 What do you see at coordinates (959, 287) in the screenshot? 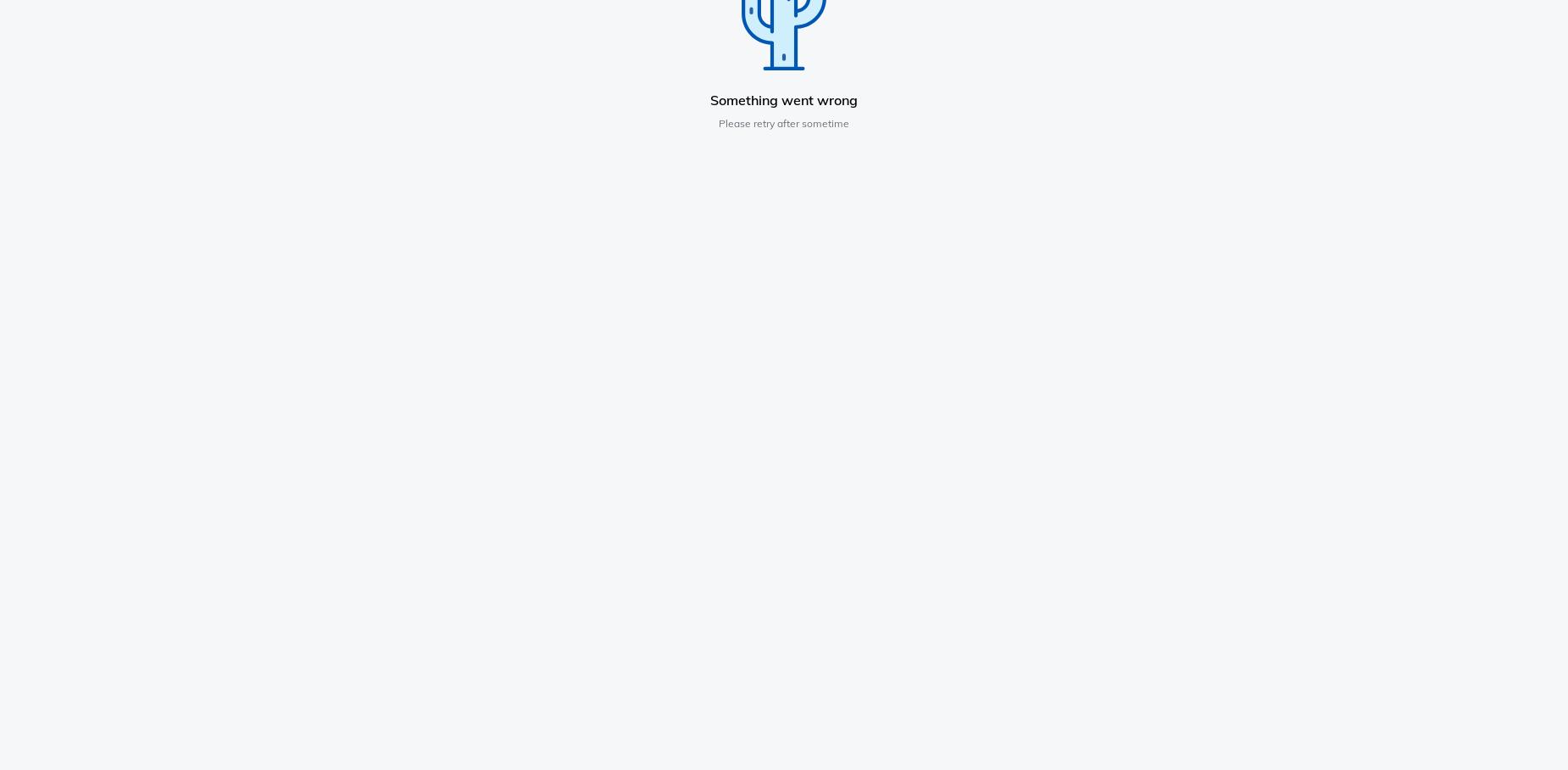
I see `'Privacy Policy'` at bounding box center [959, 287].